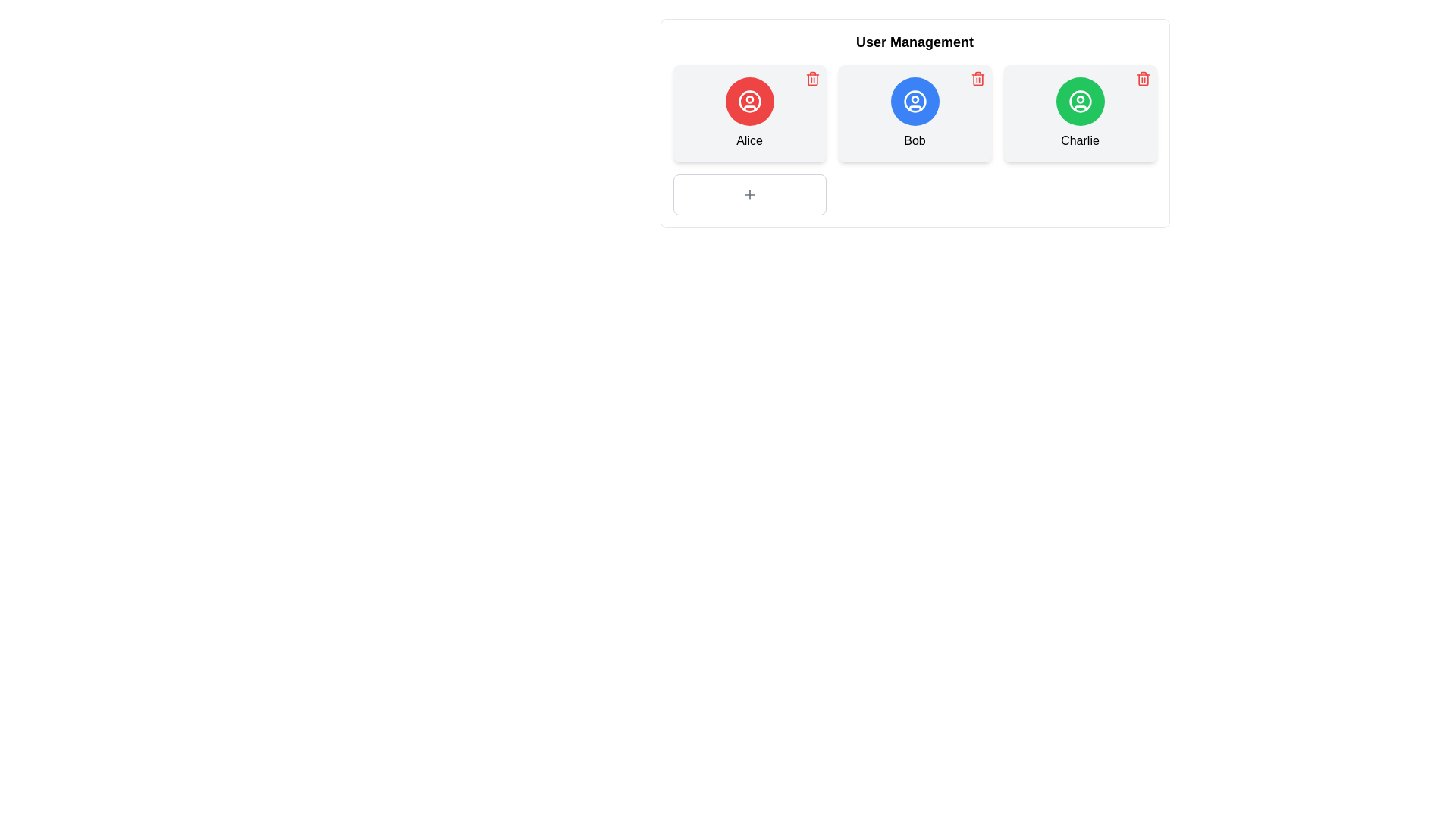 The height and width of the screenshot is (819, 1456). What do you see at coordinates (811, 79) in the screenshot?
I see `the interactive trash bin icon located at the top-right corner of Alice's user card in the User Management section to potentially reveal additional information or a tooltip` at bounding box center [811, 79].